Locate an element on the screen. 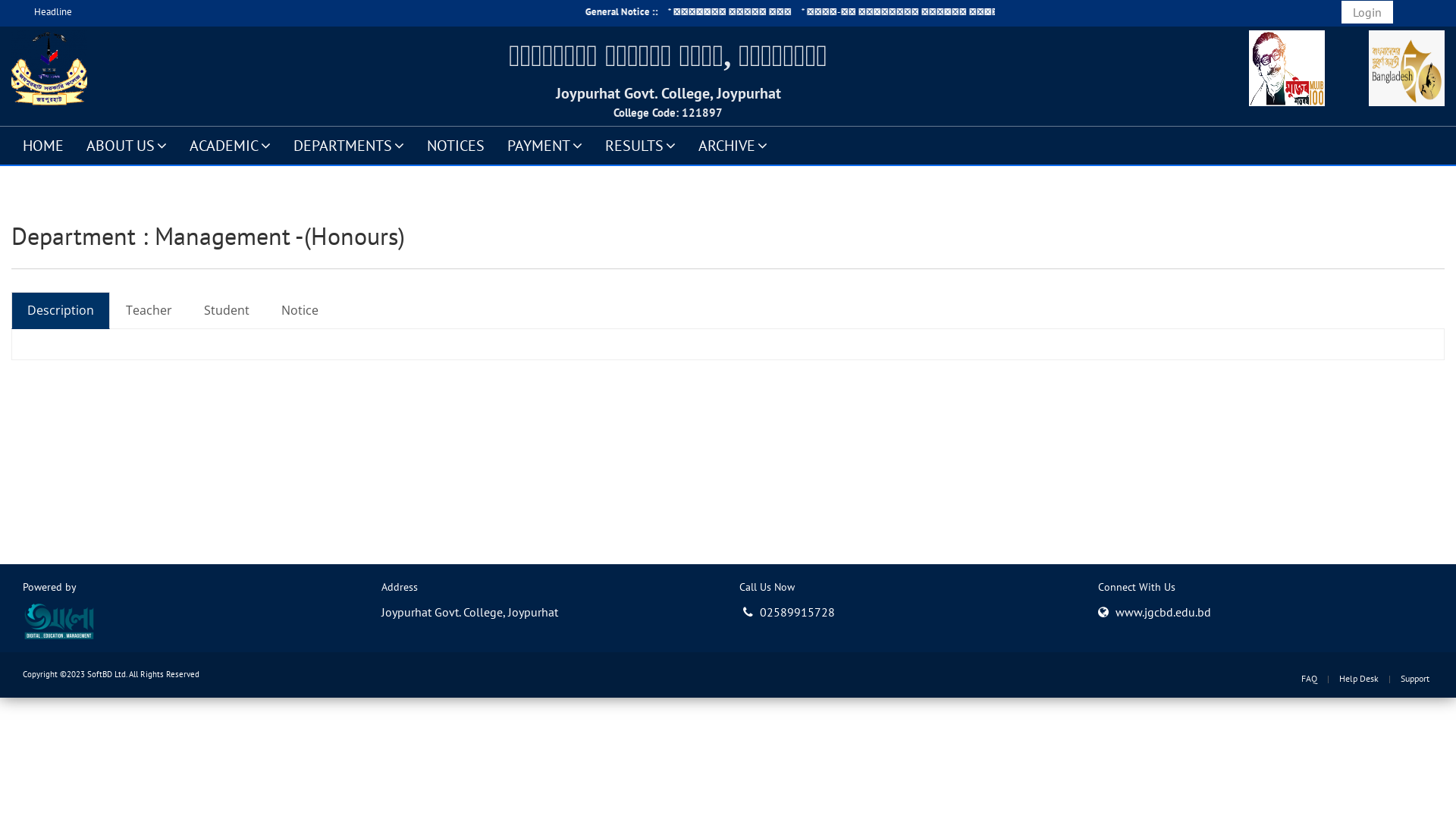 The height and width of the screenshot is (819, 1456). 'Notice' is located at coordinates (265, 309).